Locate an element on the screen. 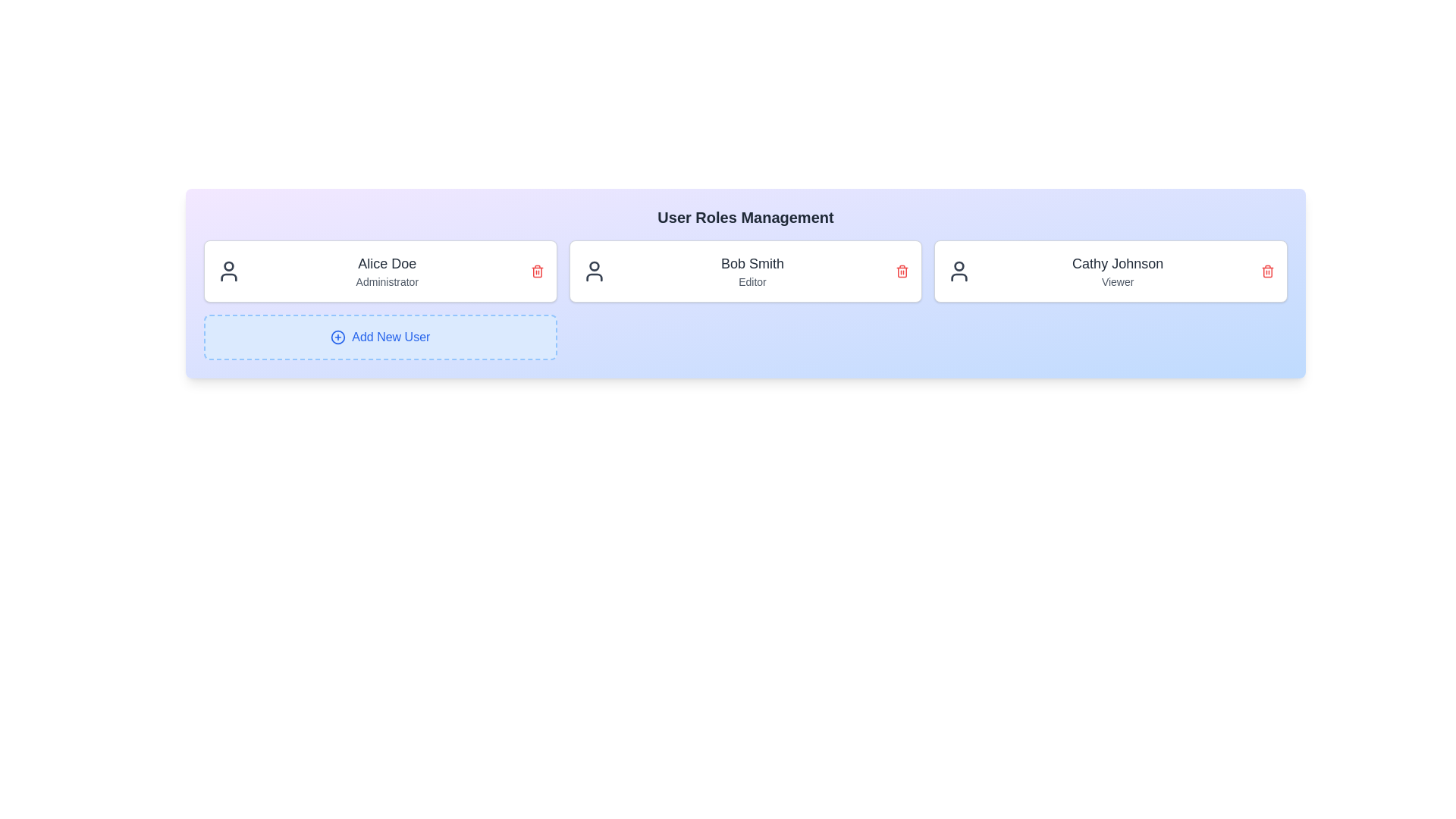 This screenshot has width=1456, height=819. trash icon next to Bob Smith's name to remove them is located at coordinates (902, 271).